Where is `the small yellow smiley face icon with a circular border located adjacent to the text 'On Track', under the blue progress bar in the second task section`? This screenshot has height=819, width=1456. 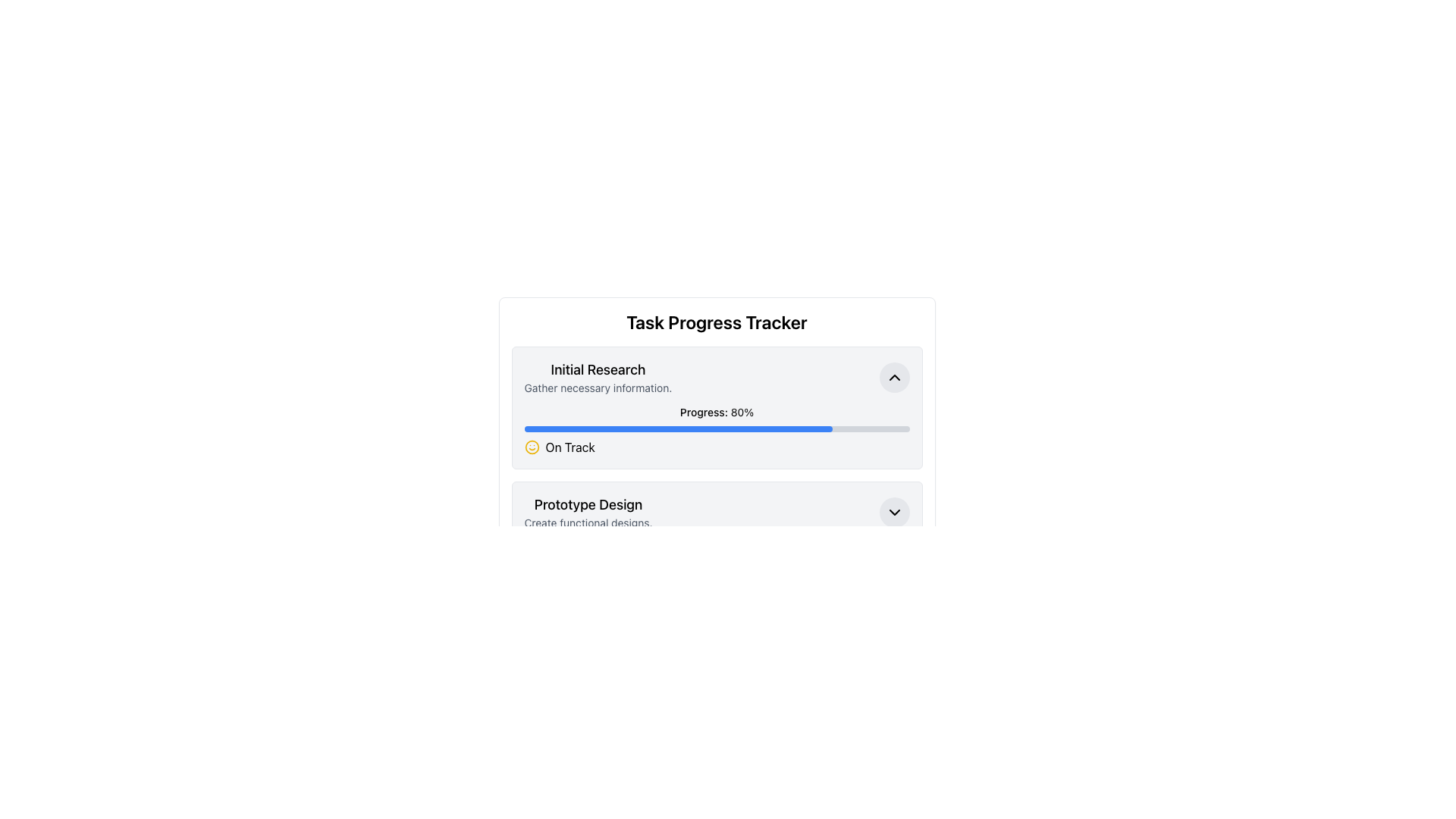
the small yellow smiley face icon with a circular border located adjacent to the text 'On Track', under the blue progress bar in the second task section is located at coordinates (532, 447).